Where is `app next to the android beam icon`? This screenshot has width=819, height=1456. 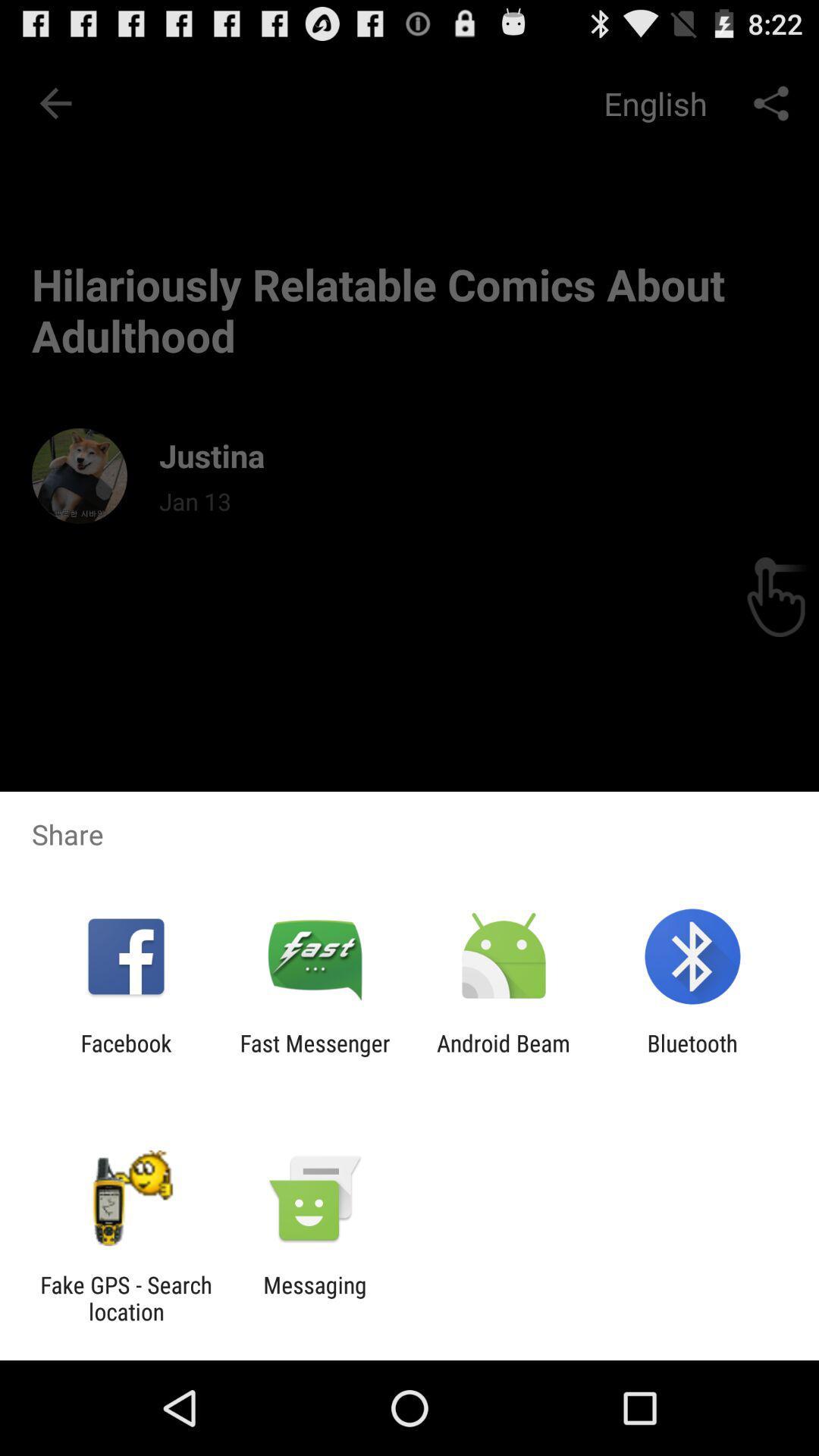
app next to the android beam icon is located at coordinates (692, 1056).